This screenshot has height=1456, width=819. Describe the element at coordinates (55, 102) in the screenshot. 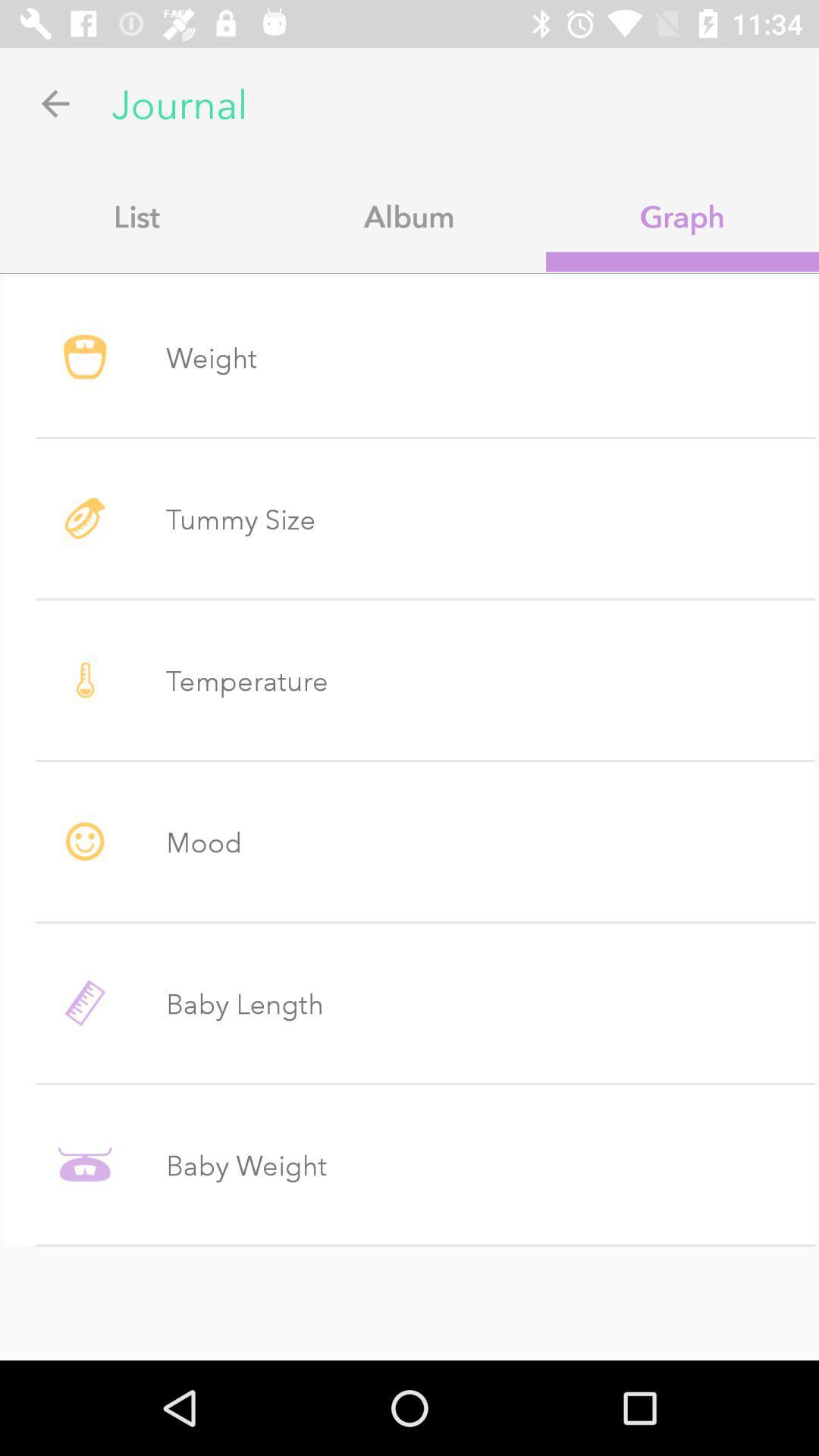

I see `item to the left of journal item` at that location.